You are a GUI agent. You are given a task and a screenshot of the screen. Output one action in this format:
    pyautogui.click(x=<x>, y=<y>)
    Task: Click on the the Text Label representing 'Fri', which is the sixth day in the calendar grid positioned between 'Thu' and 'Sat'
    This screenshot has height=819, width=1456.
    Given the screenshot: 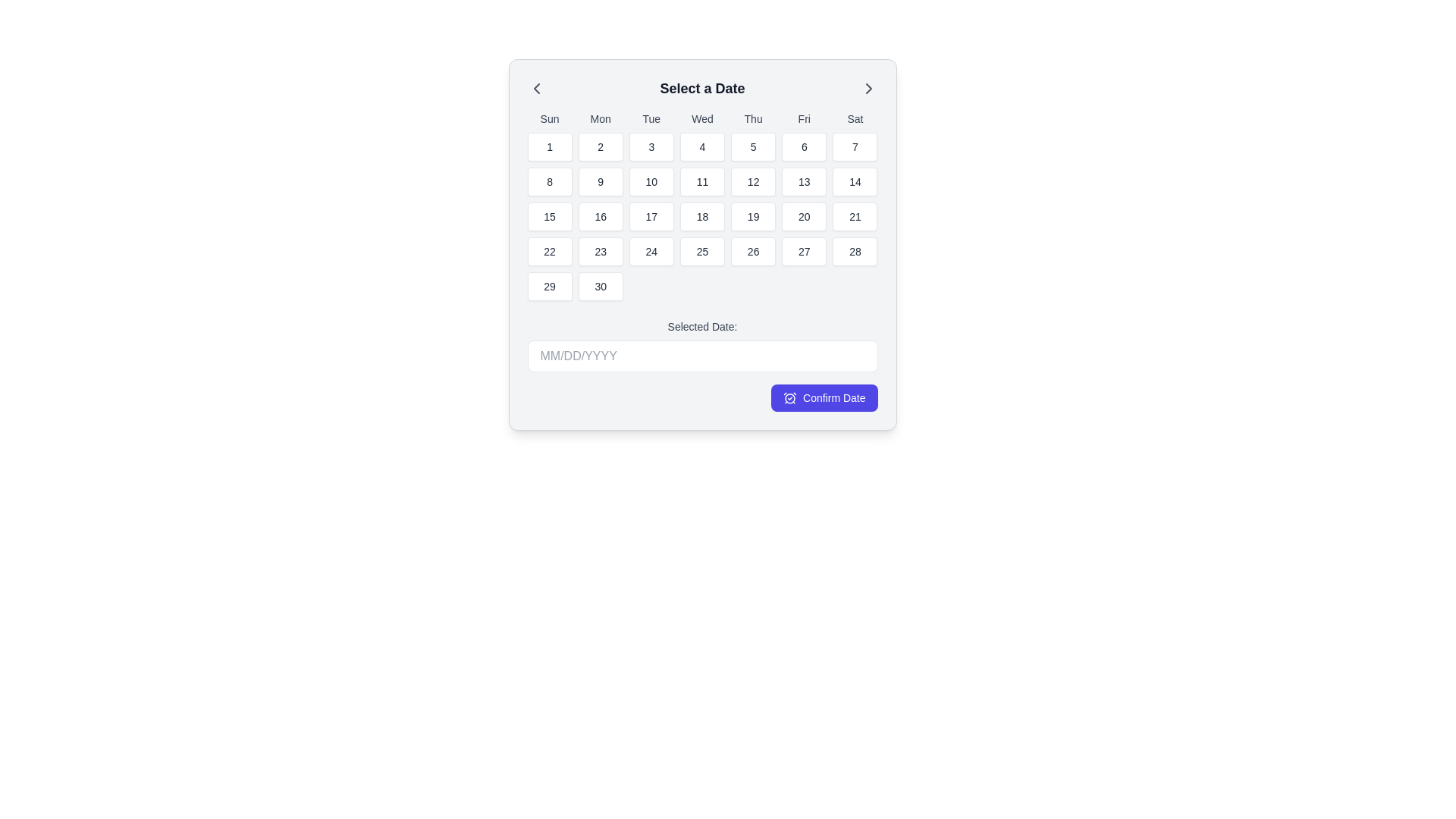 What is the action you would take?
    pyautogui.click(x=803, y=118)
    